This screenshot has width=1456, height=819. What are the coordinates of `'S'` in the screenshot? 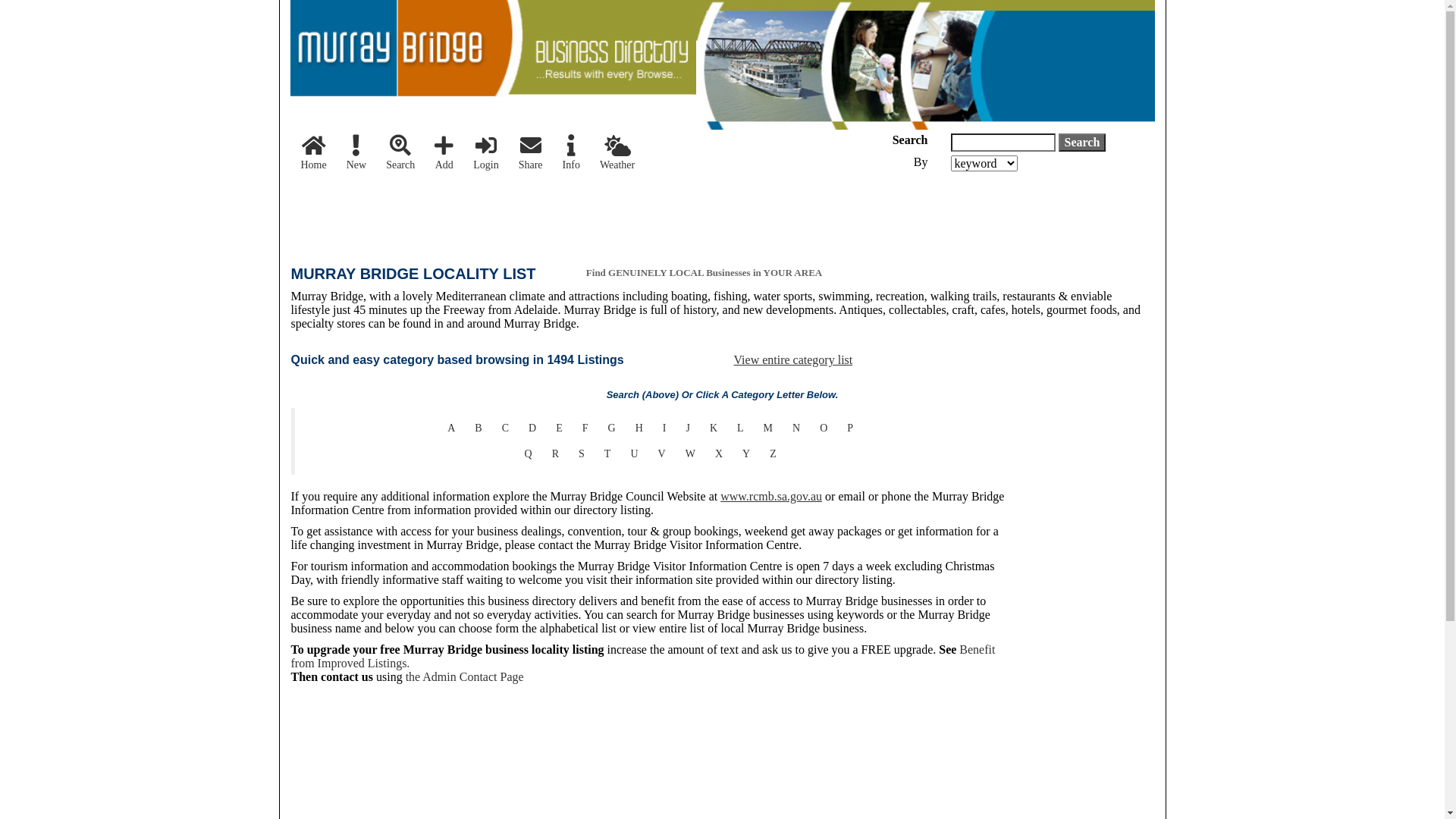 It's located at (581, 453).